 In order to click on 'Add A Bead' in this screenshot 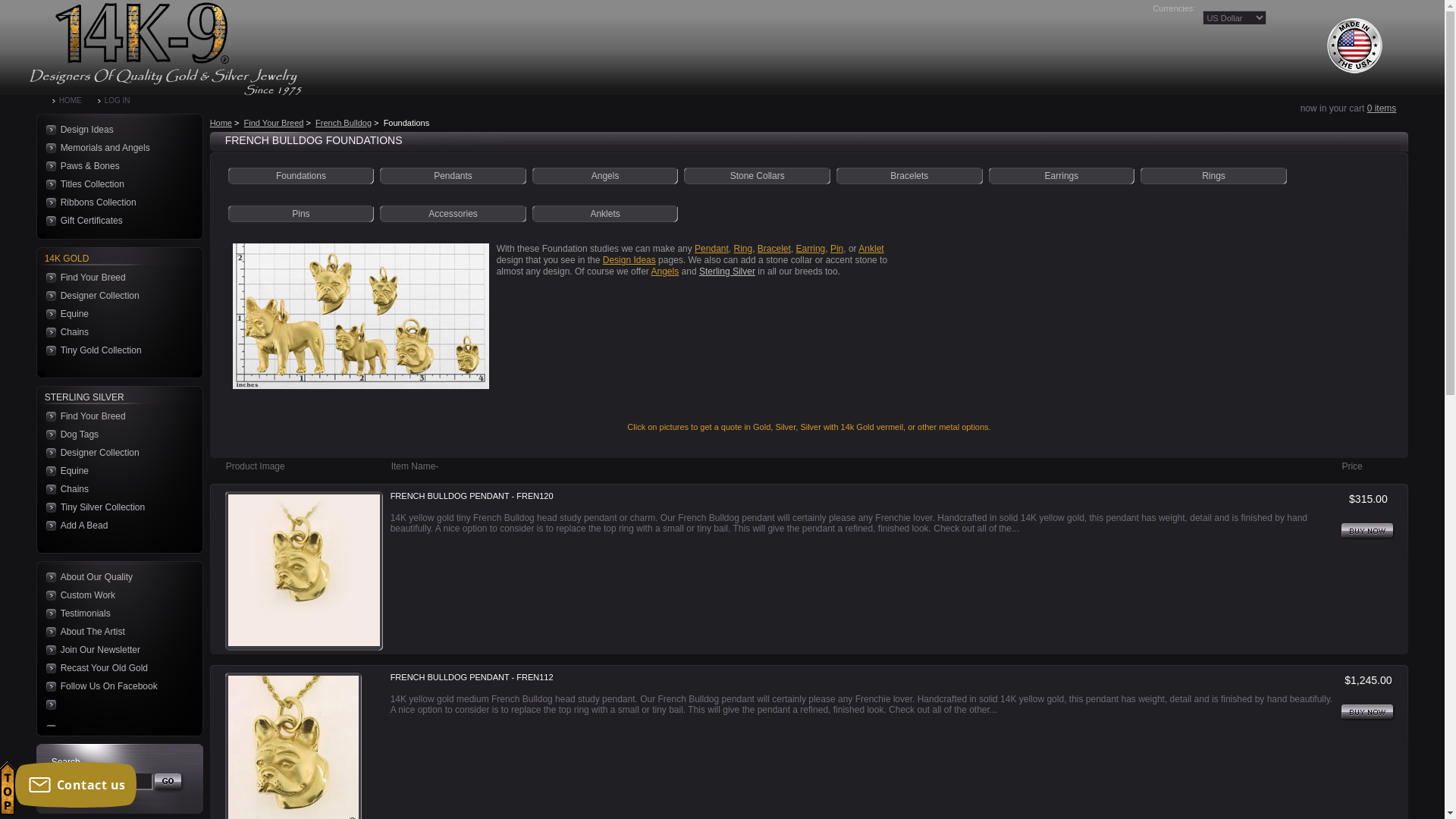, I will do `click(115, 525)`.